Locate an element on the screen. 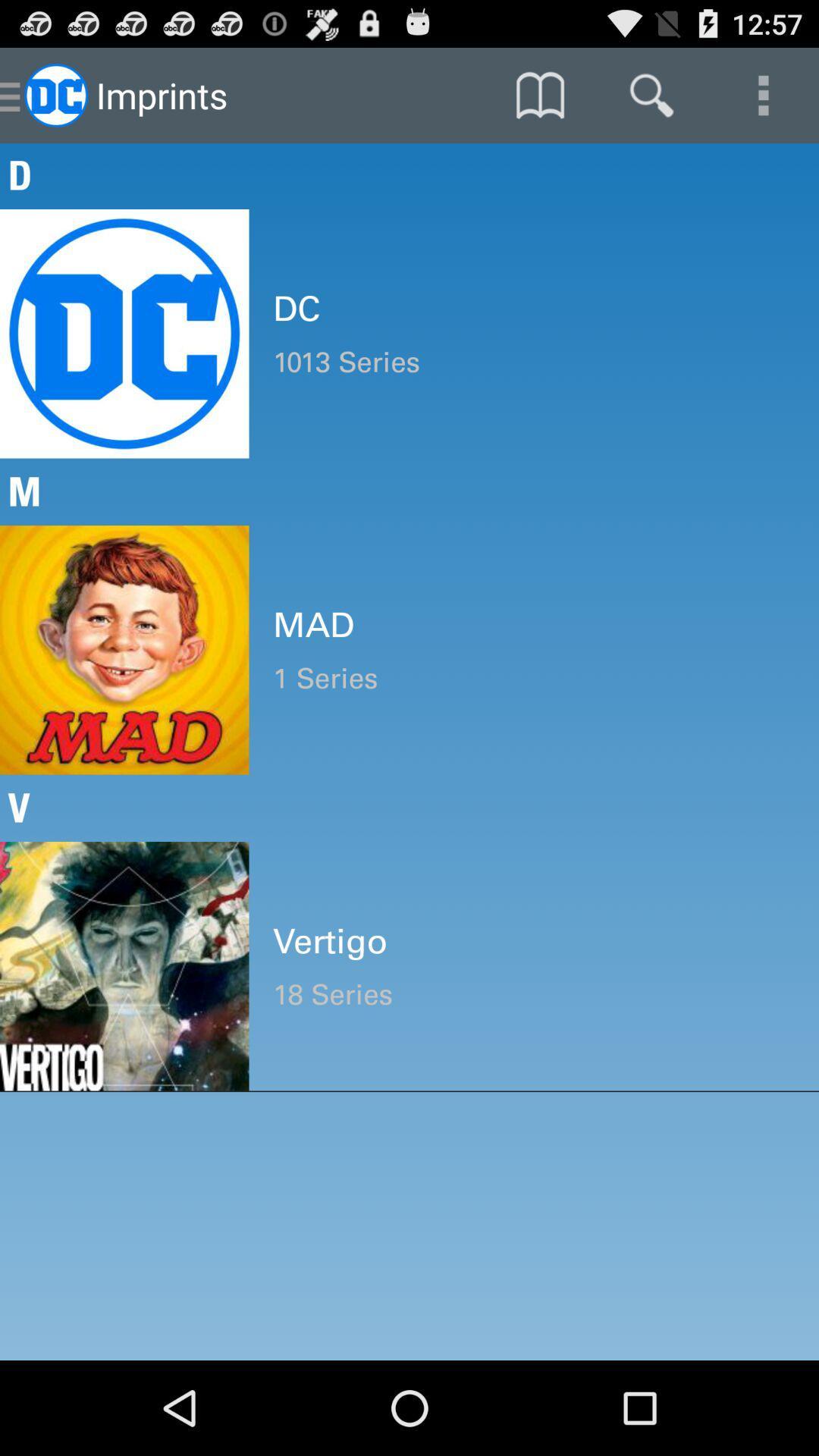  the item above the v item is located at coordinates (533, 677).